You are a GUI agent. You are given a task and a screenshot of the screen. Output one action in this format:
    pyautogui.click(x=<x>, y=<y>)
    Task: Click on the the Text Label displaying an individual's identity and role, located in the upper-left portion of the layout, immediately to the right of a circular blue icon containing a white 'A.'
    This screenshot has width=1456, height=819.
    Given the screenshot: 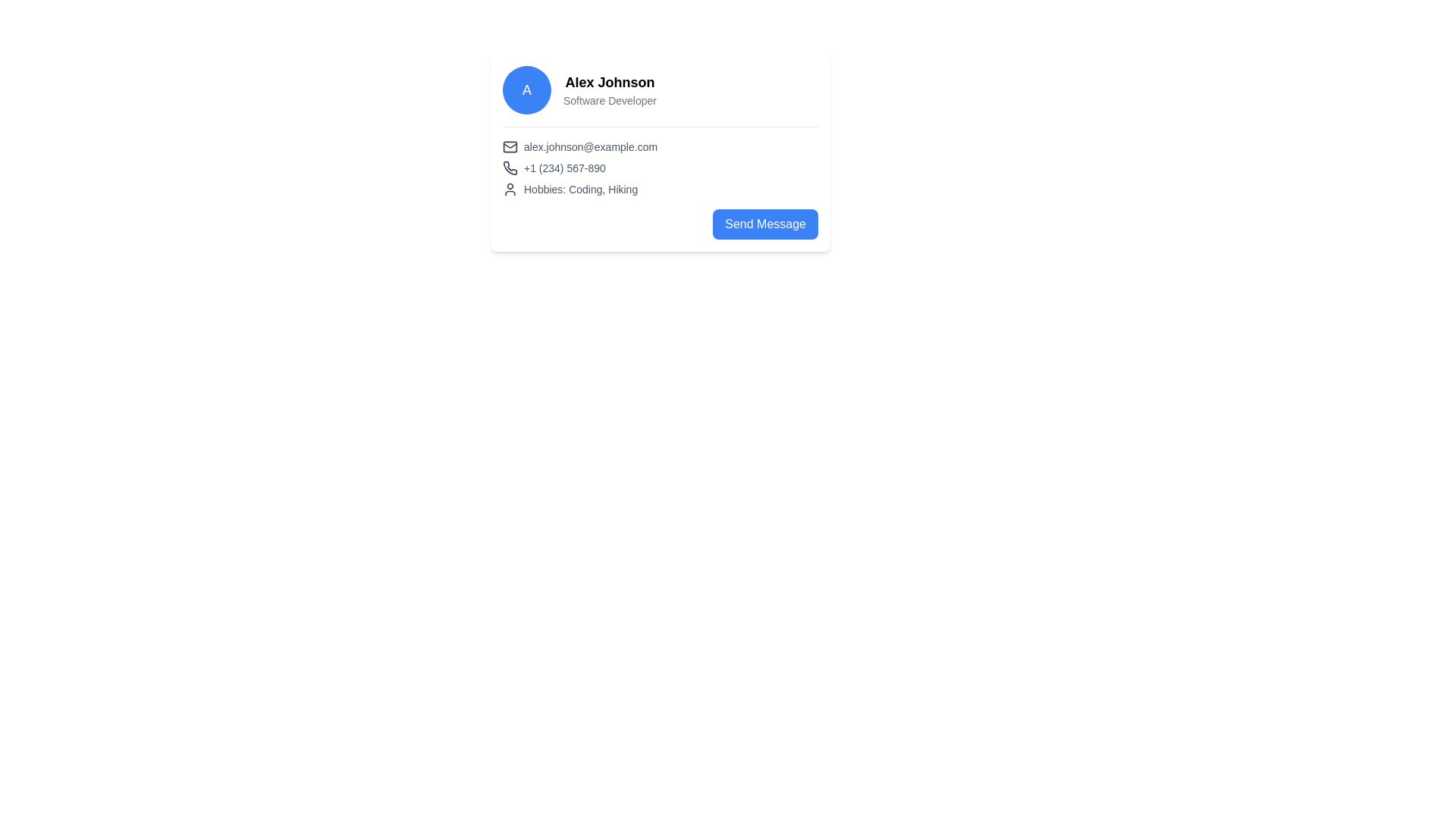 What is the action you would take?
    pyautogui.click(x=610, y=90)
    